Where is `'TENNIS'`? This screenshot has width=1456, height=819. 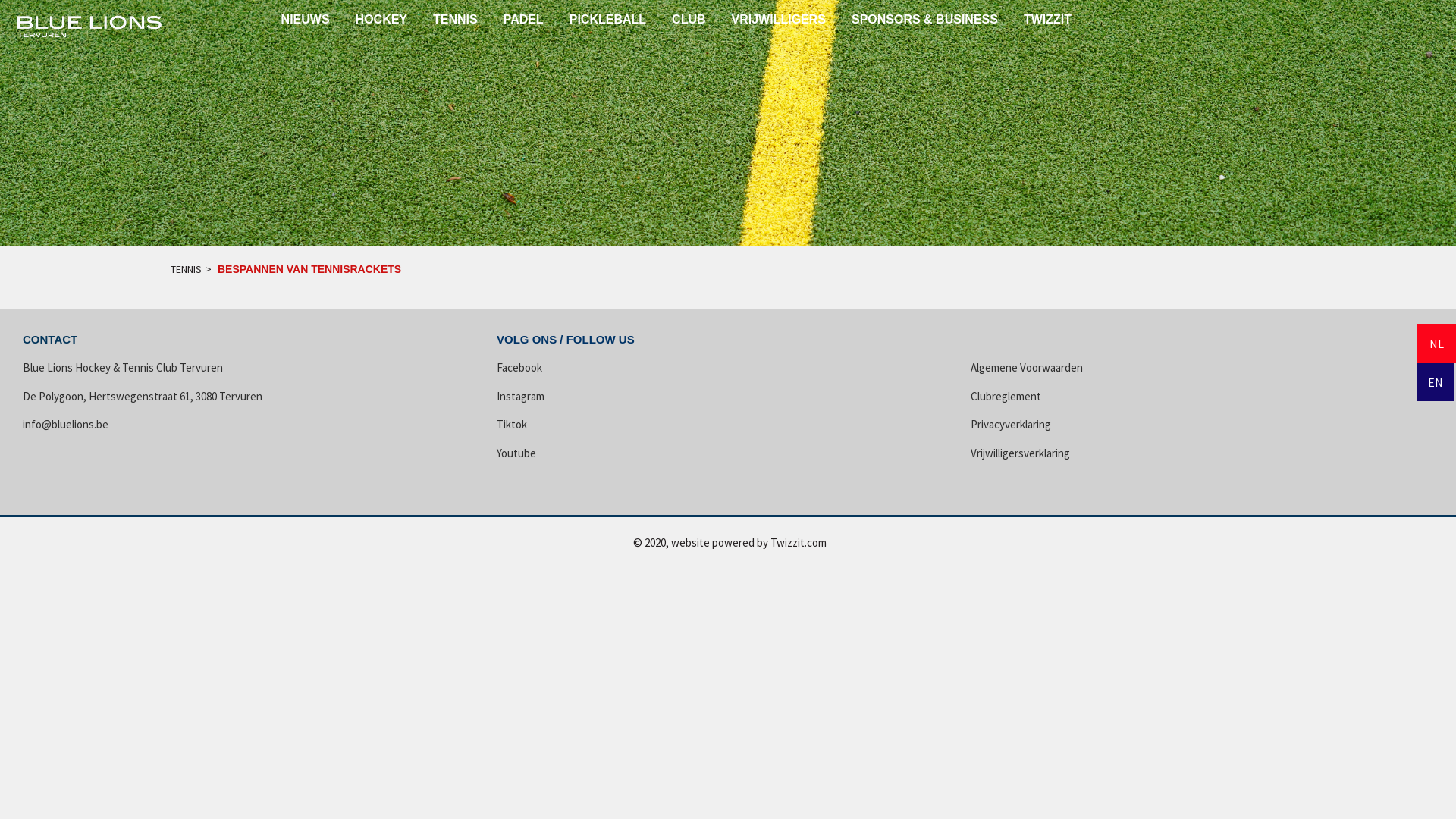 'TENNIS' is located at coordinates (185, 268).